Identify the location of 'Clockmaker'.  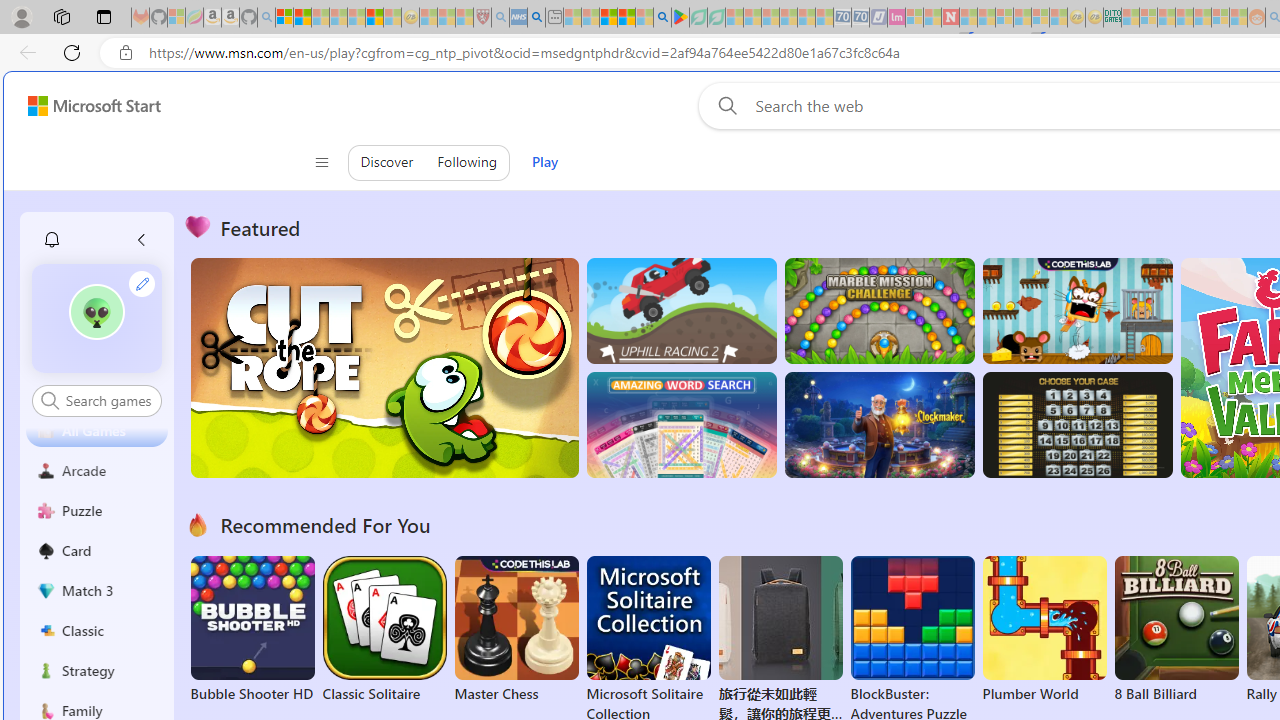
(879, 424).